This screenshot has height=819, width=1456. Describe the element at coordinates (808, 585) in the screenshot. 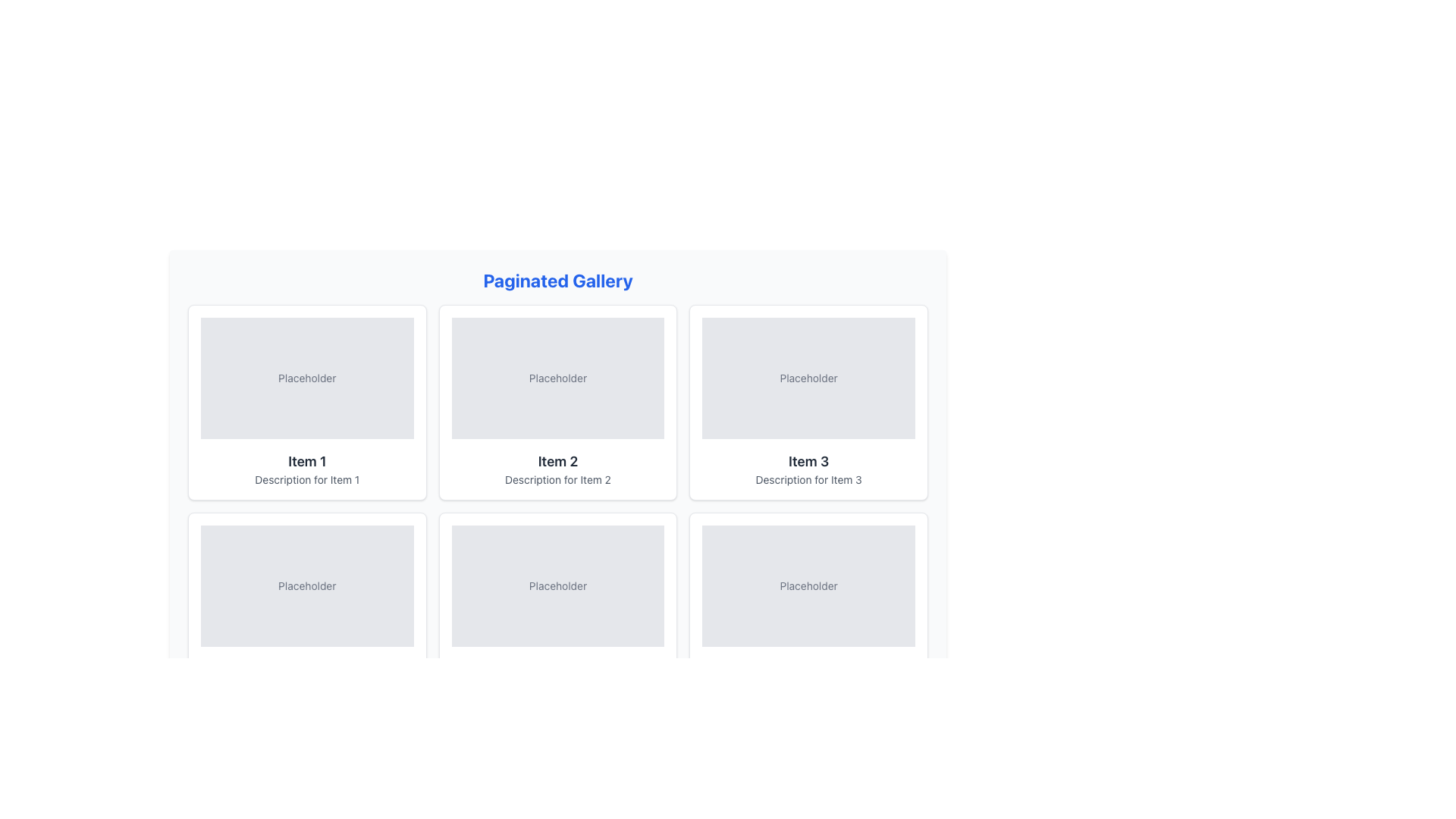

I see `the placeholder text located in the bottom-right card of the second row` at that location.